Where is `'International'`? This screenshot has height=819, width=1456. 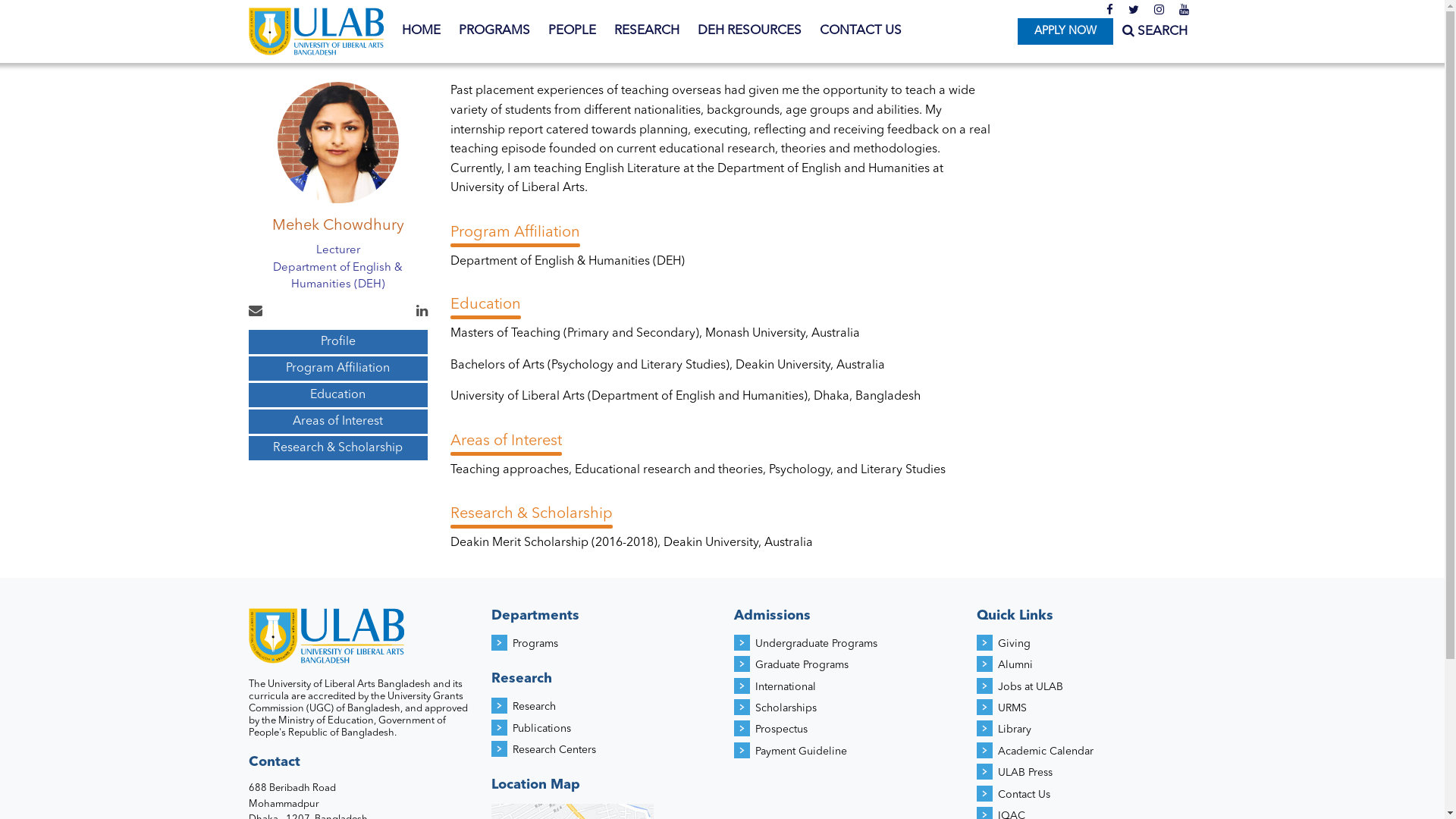 'International' is located at coordinates (786, 687).